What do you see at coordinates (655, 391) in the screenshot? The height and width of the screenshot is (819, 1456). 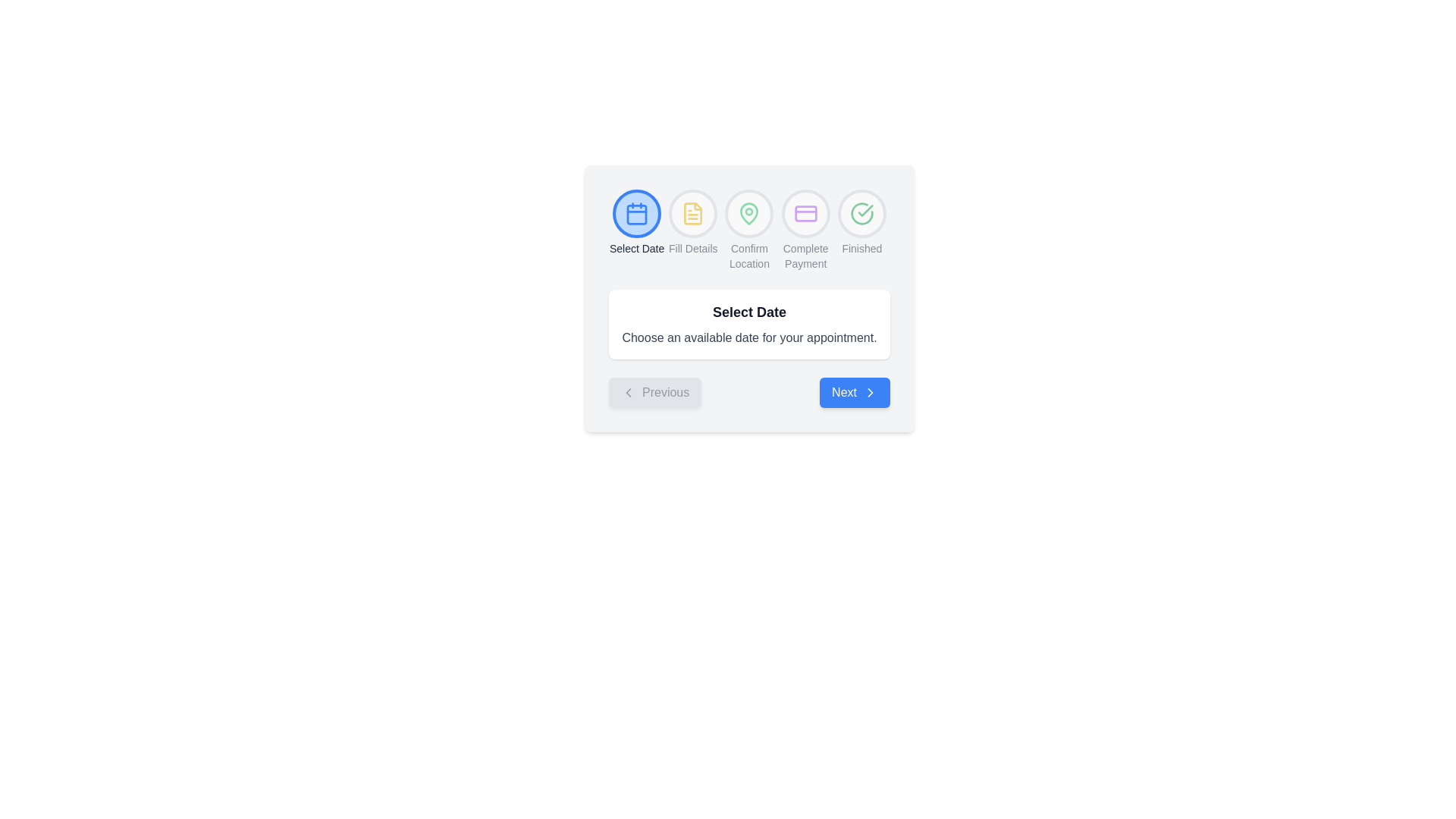 I see `the 'Previous' navigation button located in the lower left area of the visible card` at bounding box center [655, 391].